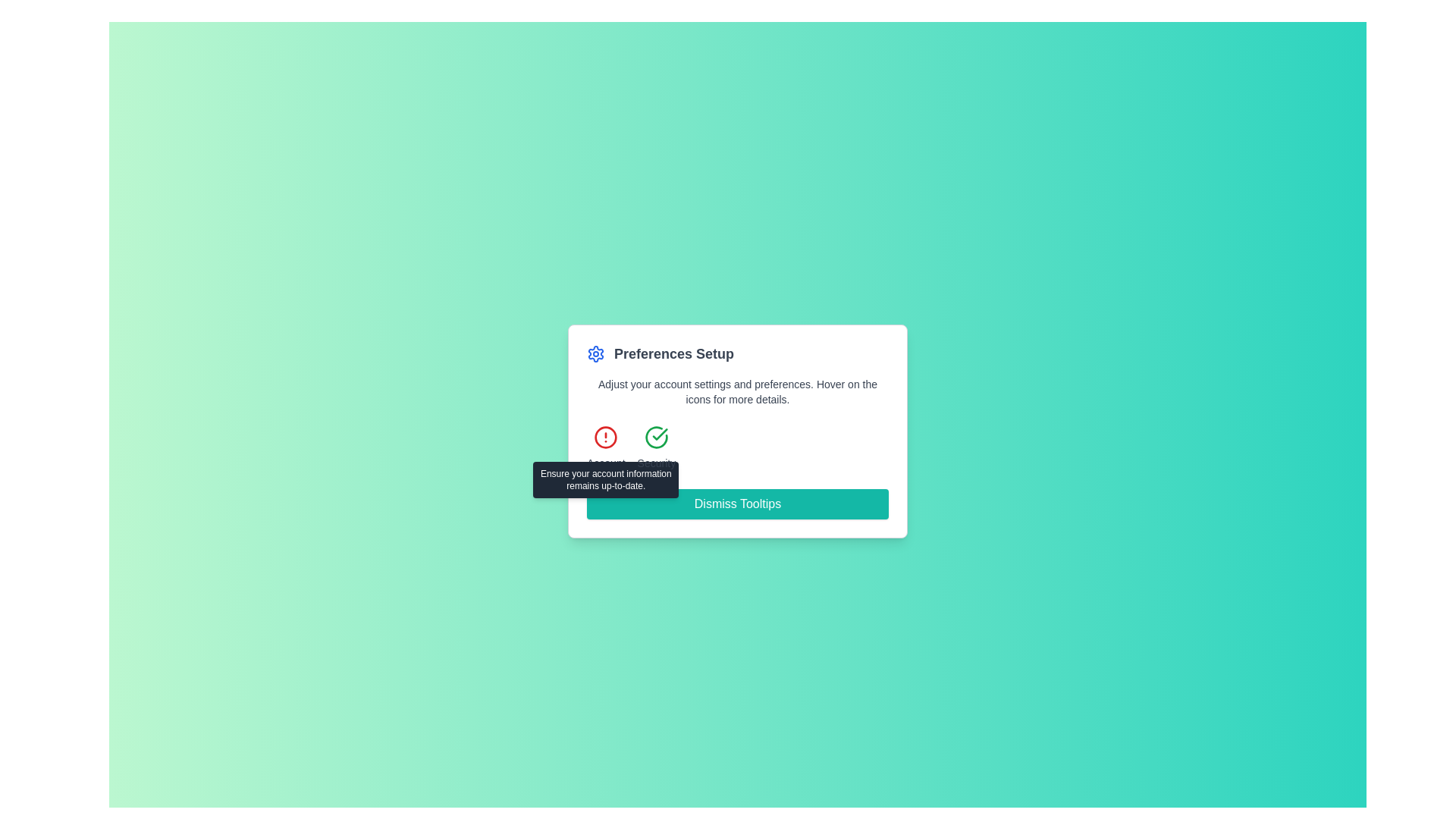 Image resolution: width=1456 pixels, height=819 pixels. I want to click on the alert or warning icon located at the top-left of the 'Preferences Setup' card to understand the context it is displayed within, so click(605, 438).